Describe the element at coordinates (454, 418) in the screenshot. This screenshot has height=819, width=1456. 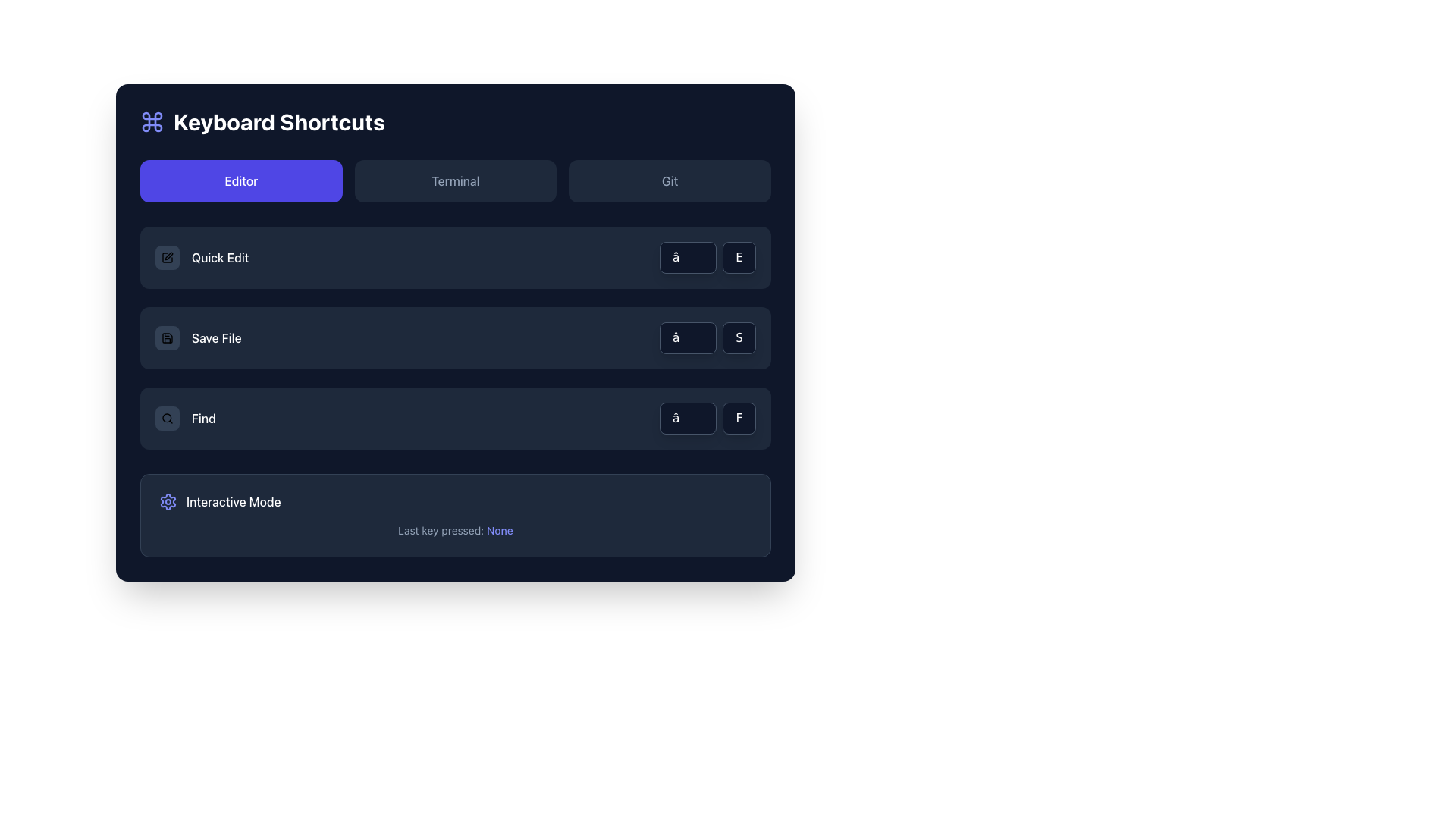
I see `the buttons in the List item containing 'Find' and its associated buttons` at that location.